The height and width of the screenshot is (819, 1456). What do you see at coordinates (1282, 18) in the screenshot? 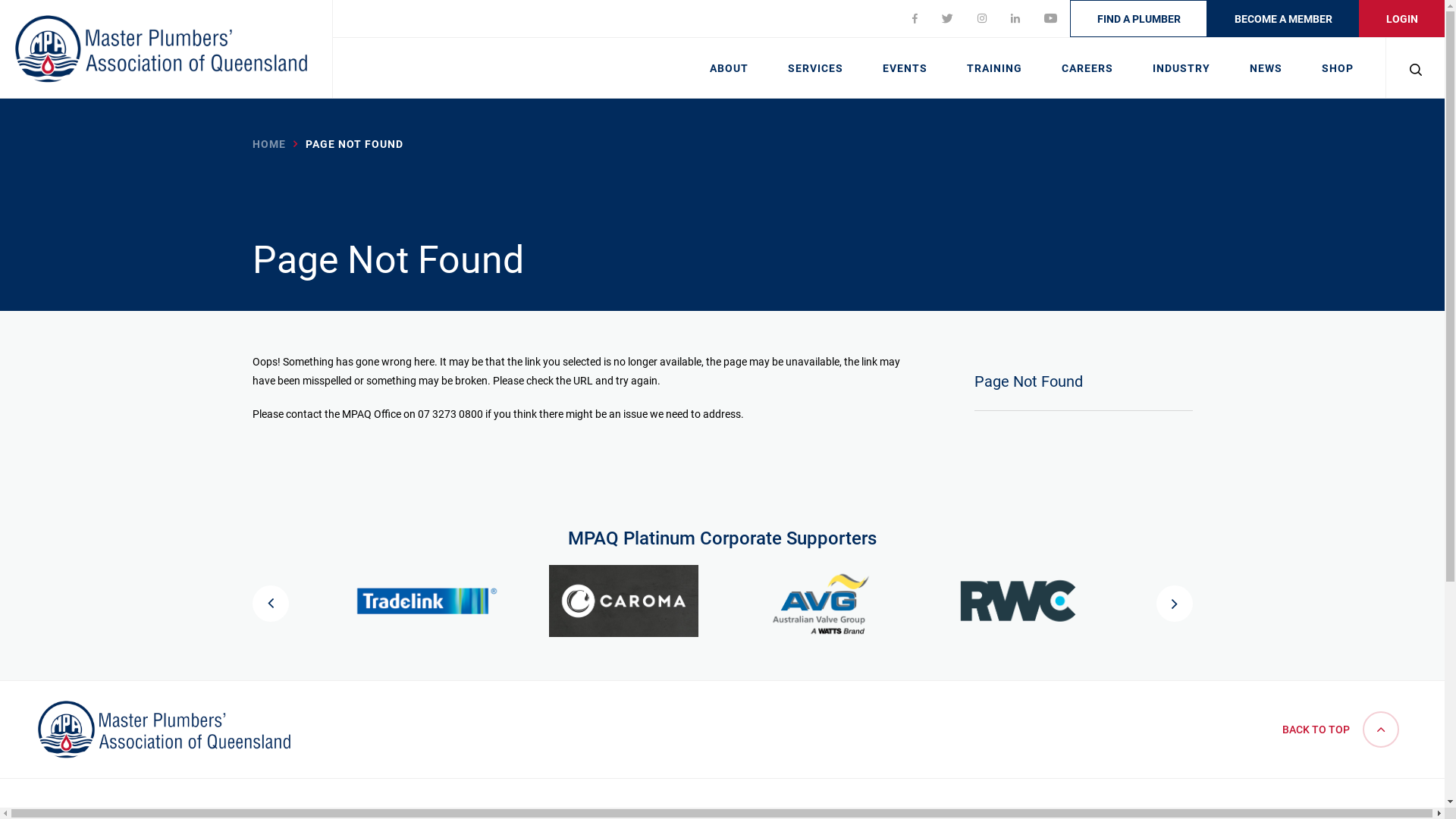
I see `'BECOME A MEMBER'` at bounding box center [1282, 18].